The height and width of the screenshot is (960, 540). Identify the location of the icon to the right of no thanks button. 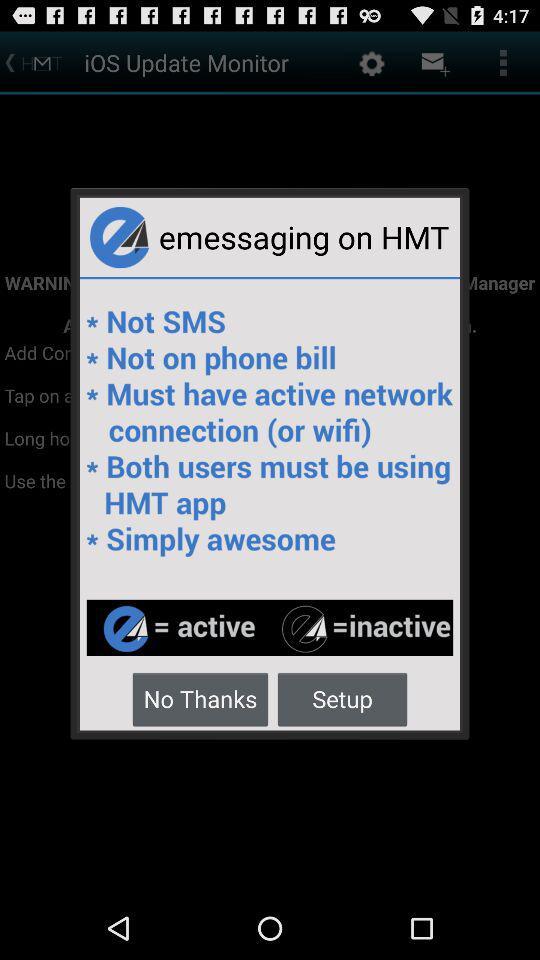
(341, 698).